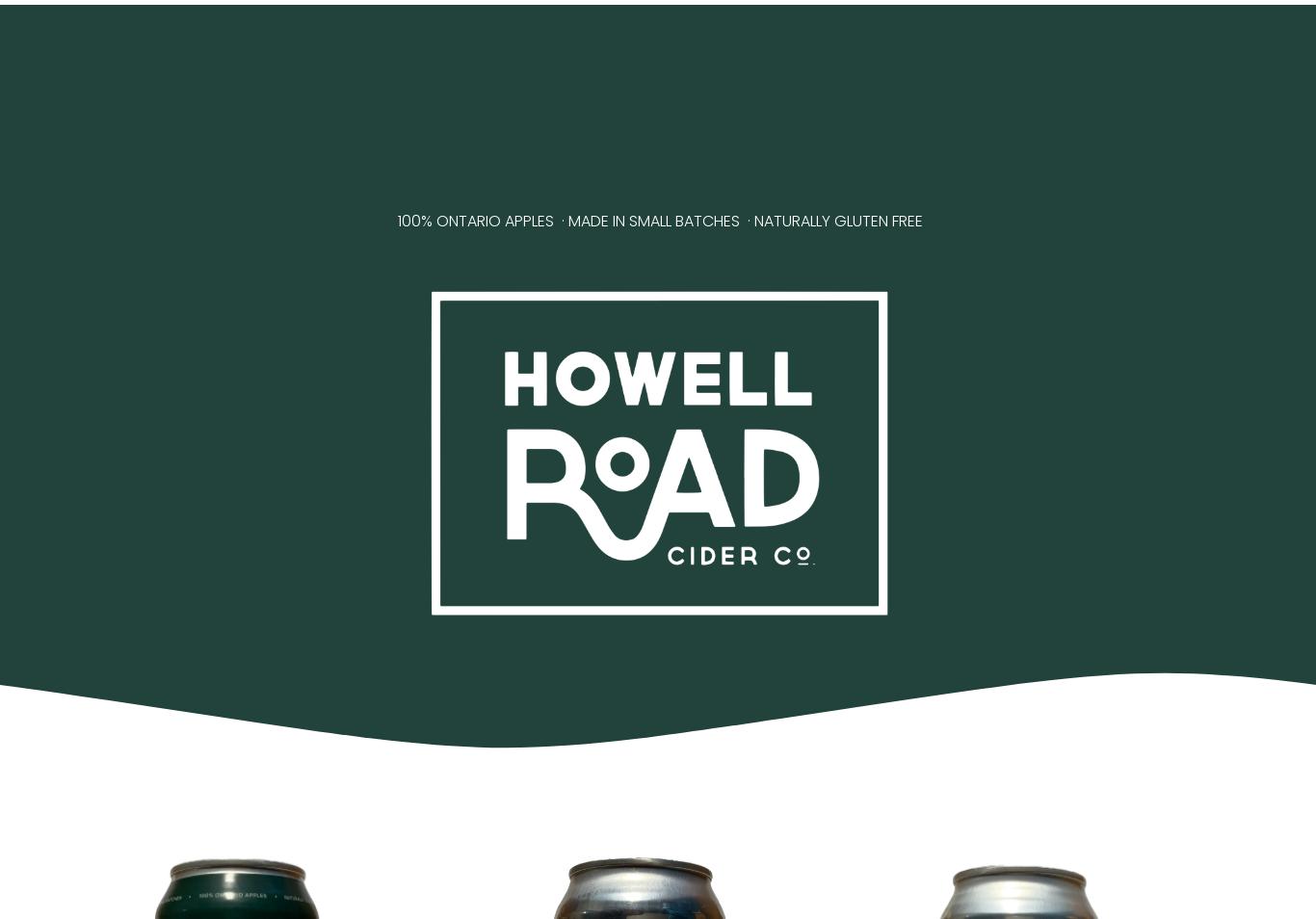  I want to click on 'Plan an Event', so click(801, 115).